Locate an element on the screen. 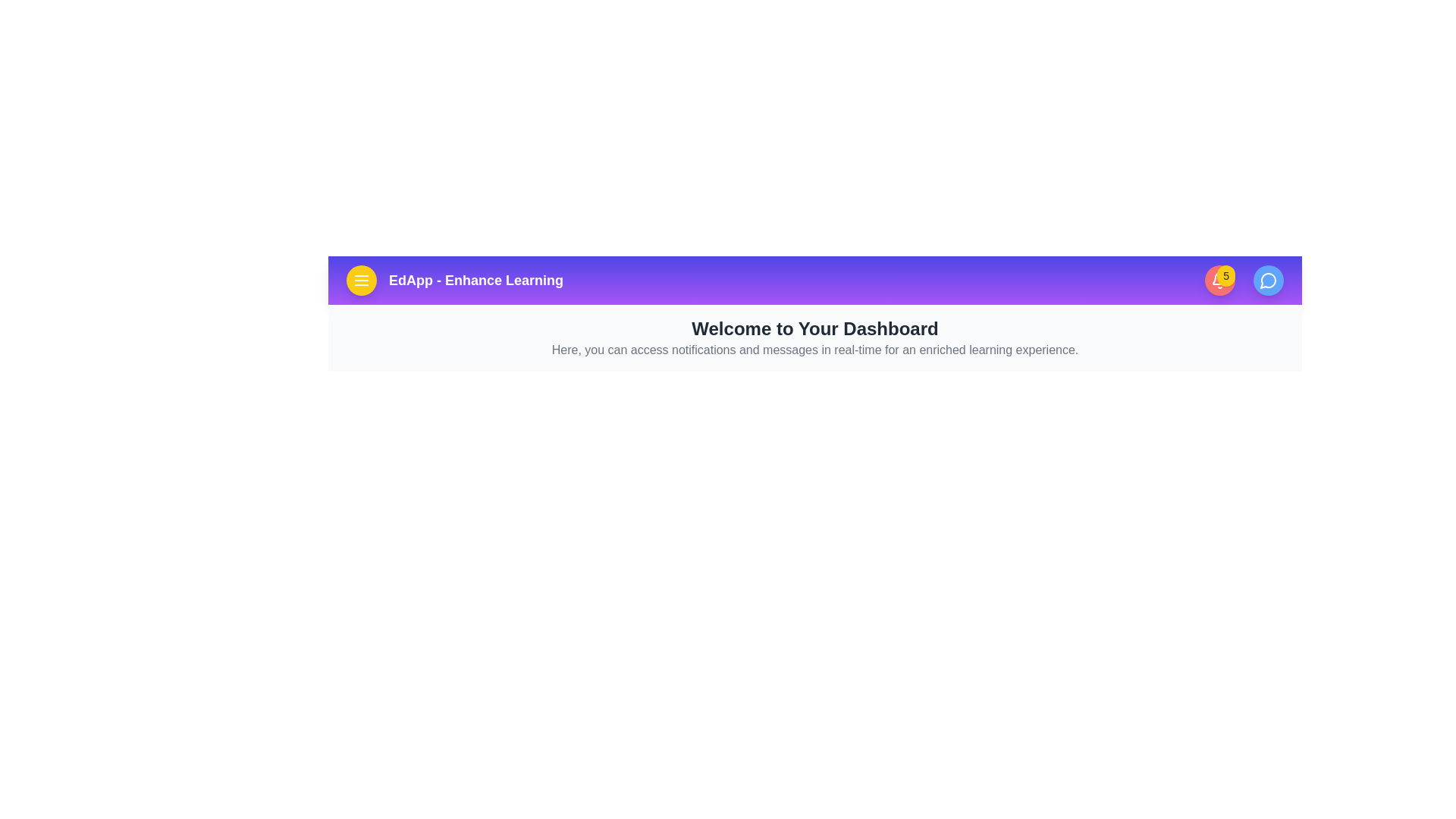 The height and width of the screenshot is (819, 1456). the message icon to access messages is located at coordinates (1269, 281).